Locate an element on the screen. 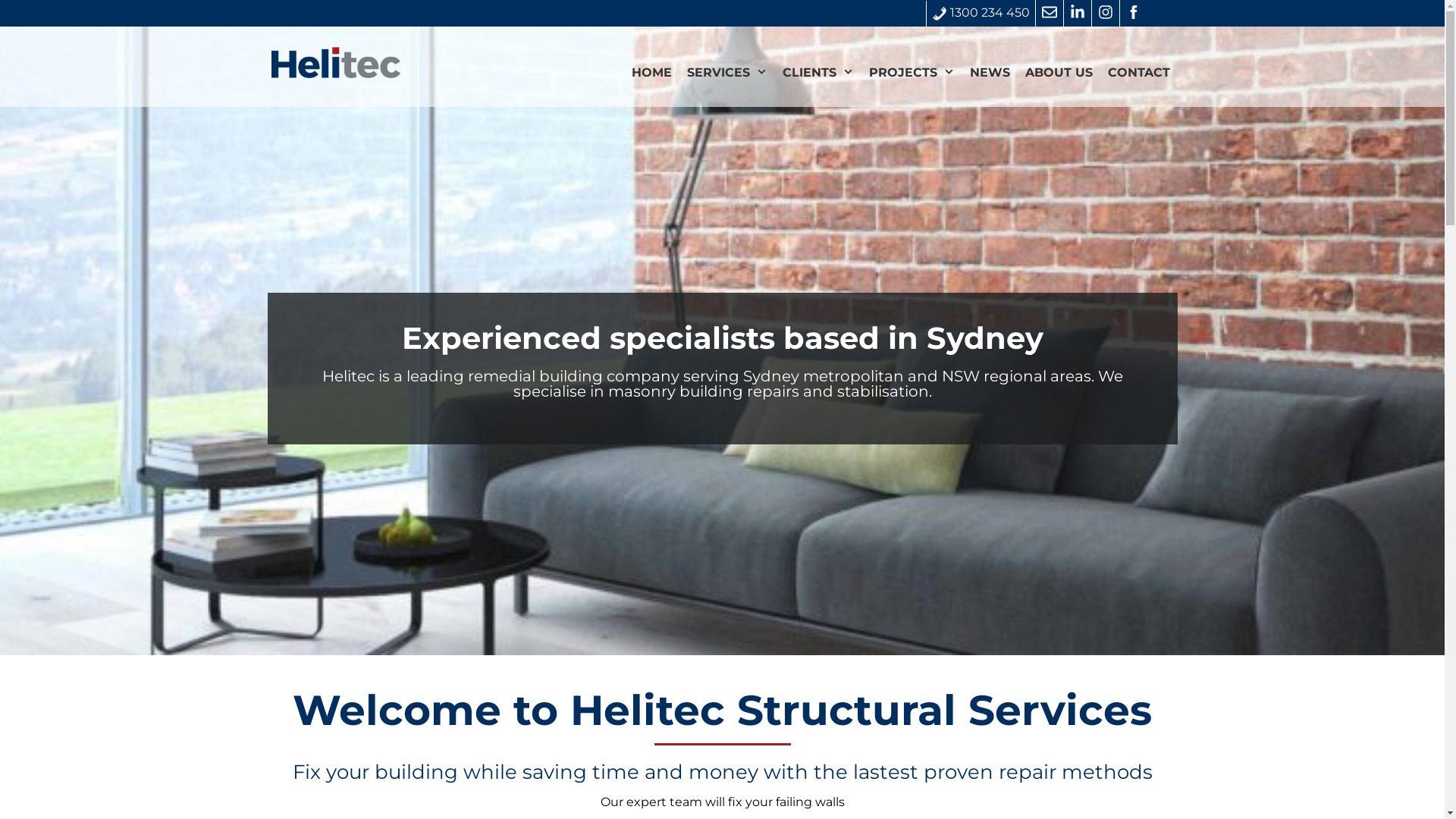 The image size is (1456, 819). 'SERVICES' is located at coordinates (726, 73).